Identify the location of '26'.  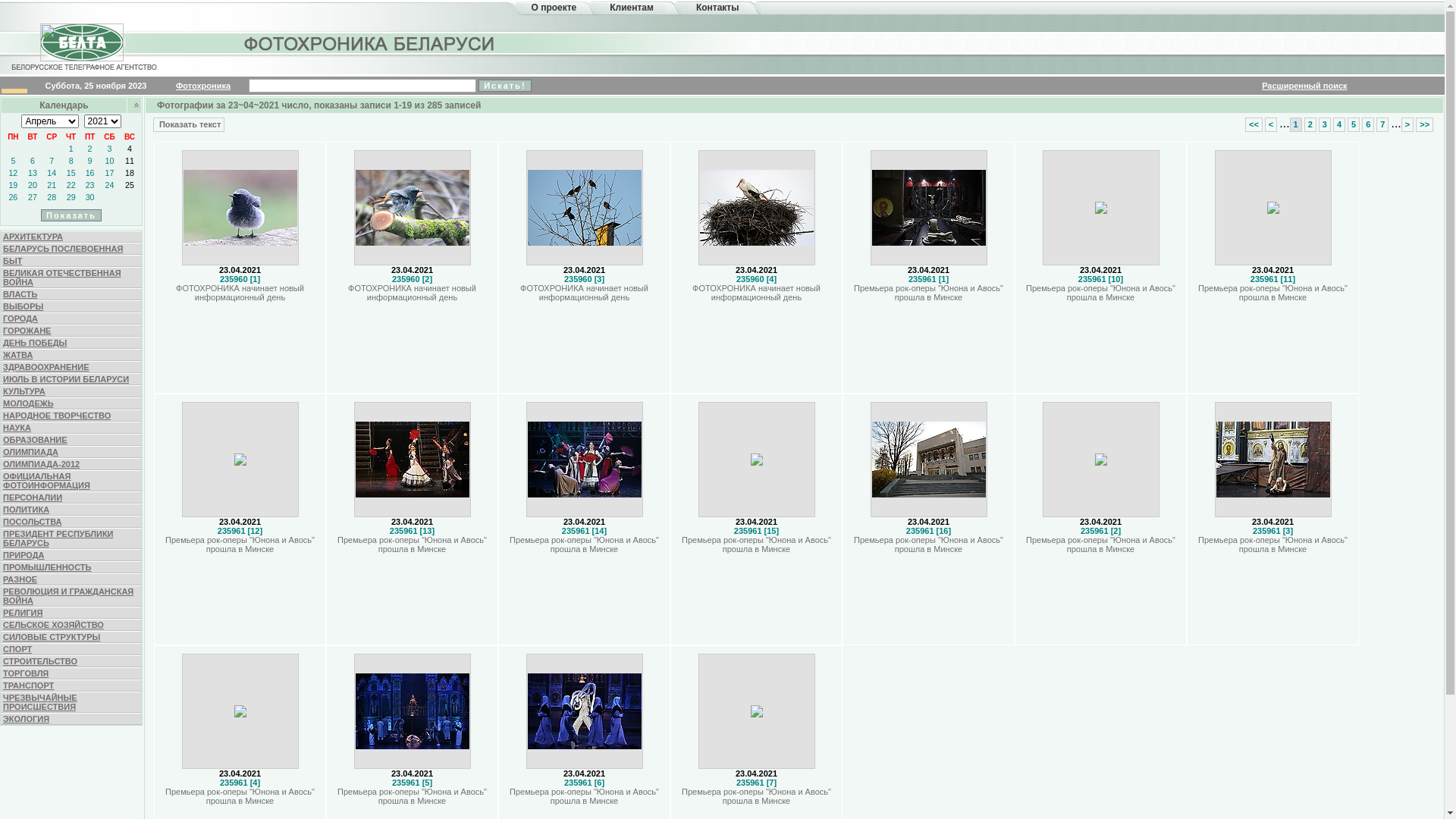
(13, 196).